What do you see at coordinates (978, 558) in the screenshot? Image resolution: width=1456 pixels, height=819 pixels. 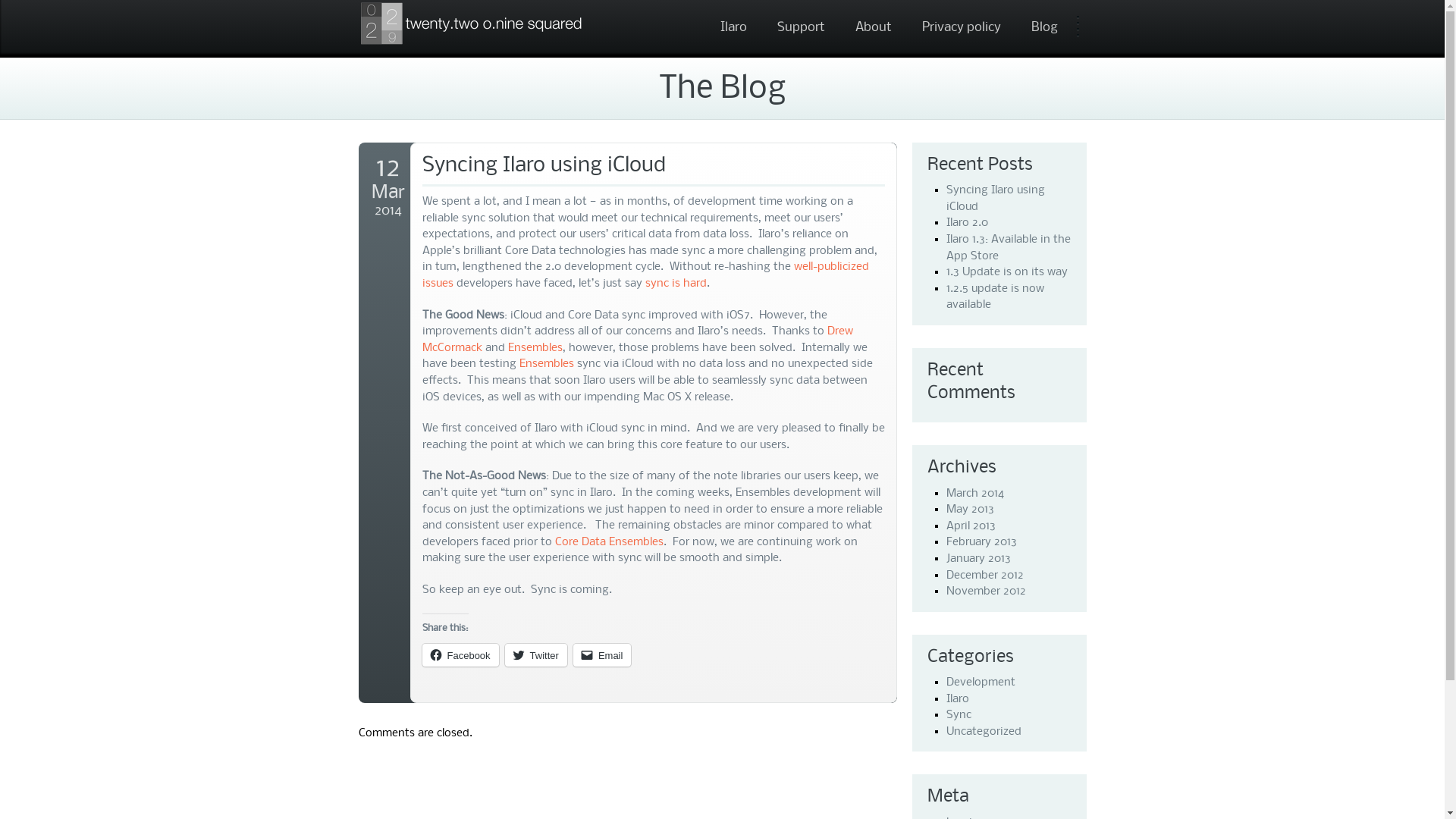 I see `'January 2013'` at bounding box center [978, 558].